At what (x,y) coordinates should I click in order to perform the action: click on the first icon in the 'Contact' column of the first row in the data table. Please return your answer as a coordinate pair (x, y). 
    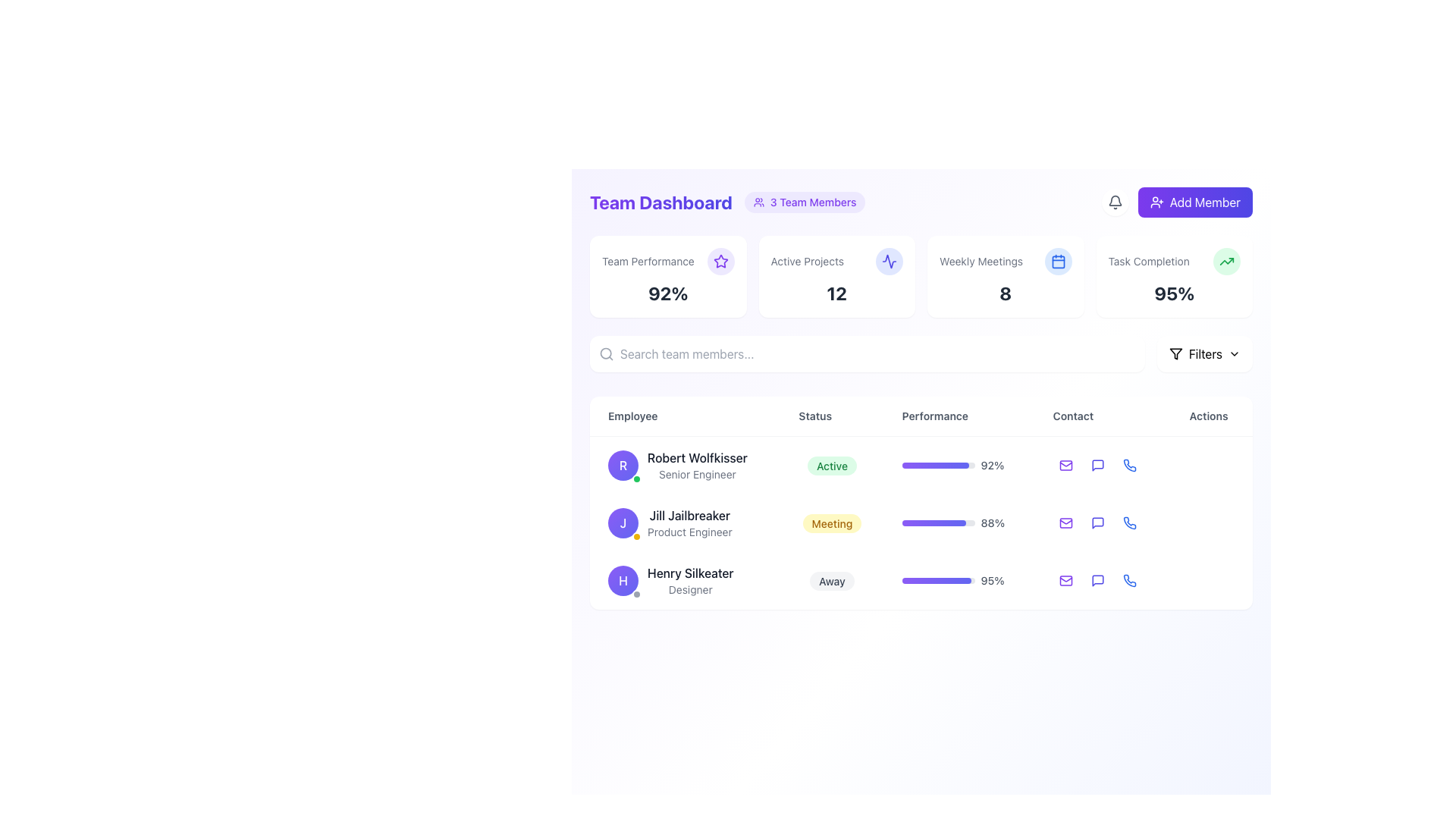
    Looking at the image, I should click on (1065, 464).